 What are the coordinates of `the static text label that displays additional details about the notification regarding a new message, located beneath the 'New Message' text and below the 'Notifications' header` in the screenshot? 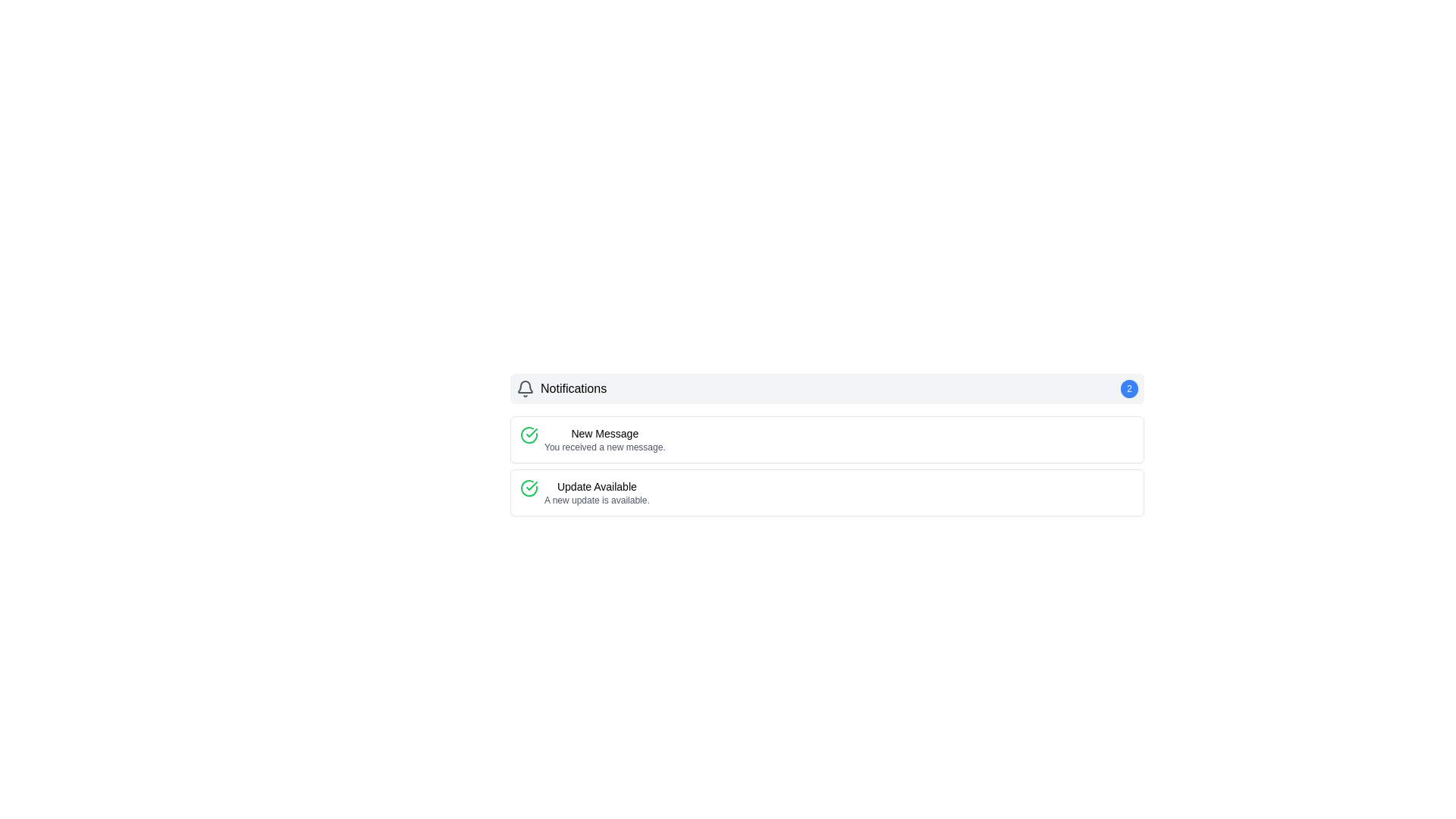 It's located at (604, 447).